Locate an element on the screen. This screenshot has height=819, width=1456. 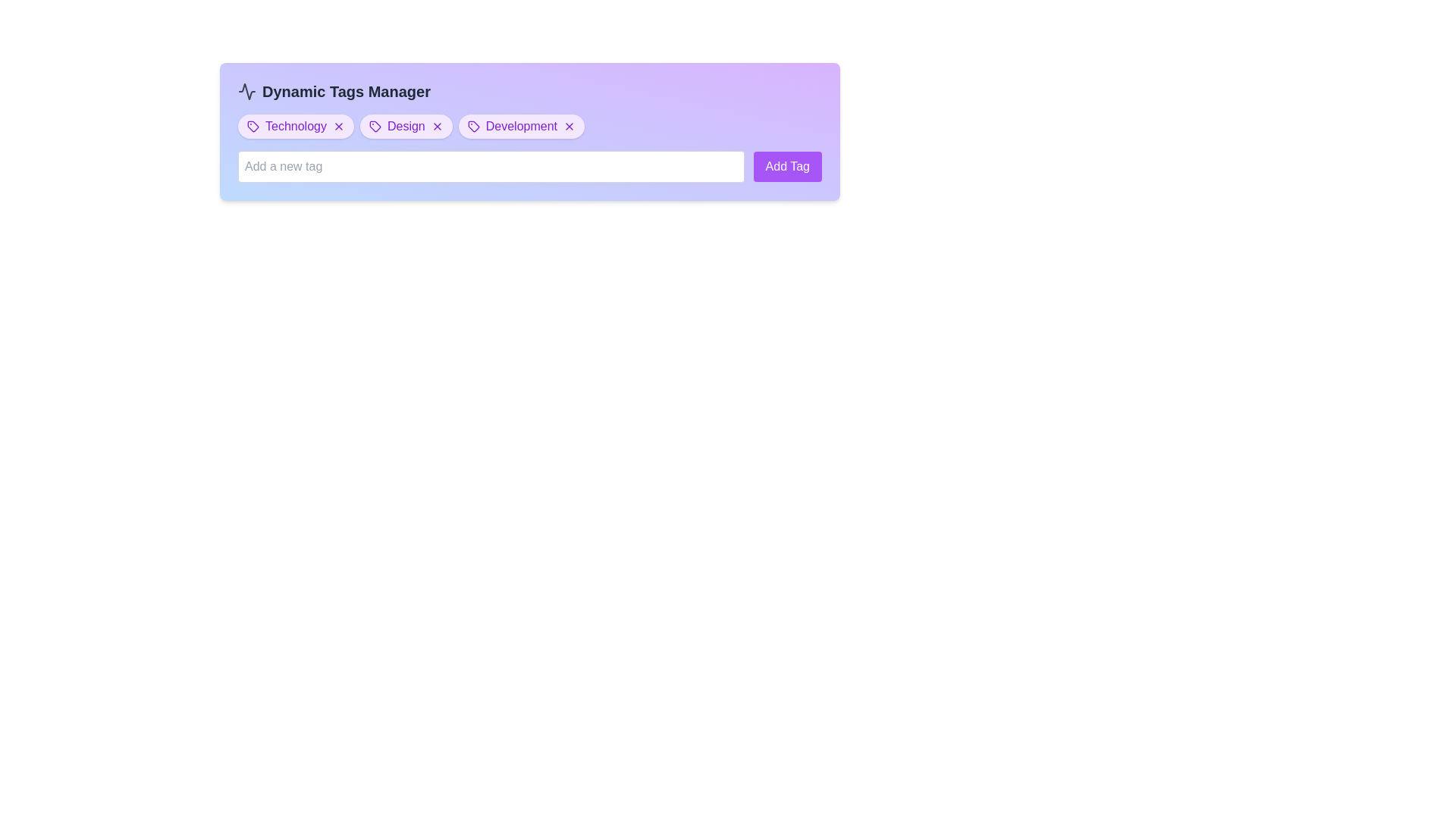
the small purple tag icon located to the left of the 'Development' text, which is the third tag in a horizontal grouping of tags is located at coordinates (472, 125).